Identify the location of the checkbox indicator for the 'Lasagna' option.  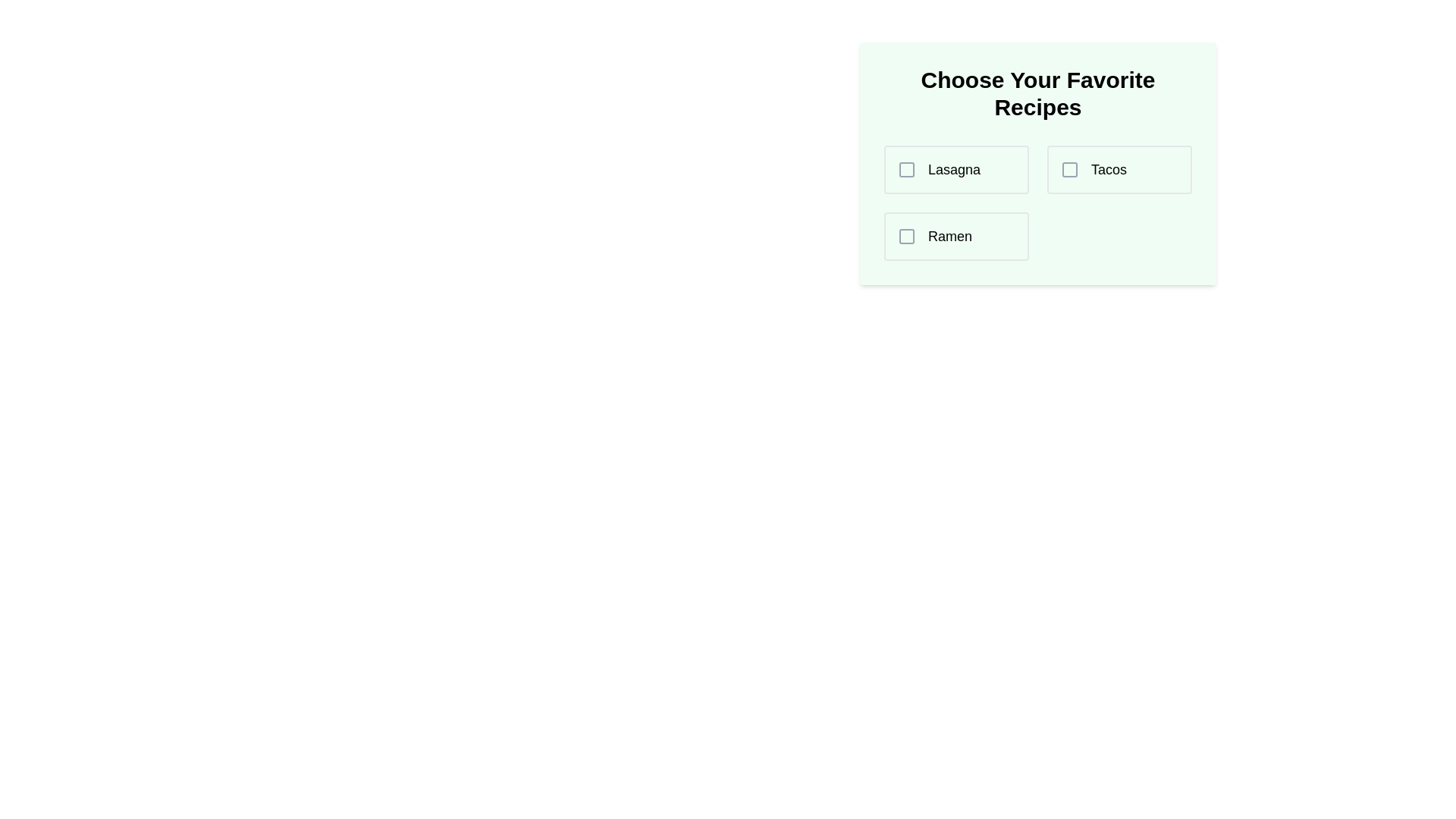
(906, 169).